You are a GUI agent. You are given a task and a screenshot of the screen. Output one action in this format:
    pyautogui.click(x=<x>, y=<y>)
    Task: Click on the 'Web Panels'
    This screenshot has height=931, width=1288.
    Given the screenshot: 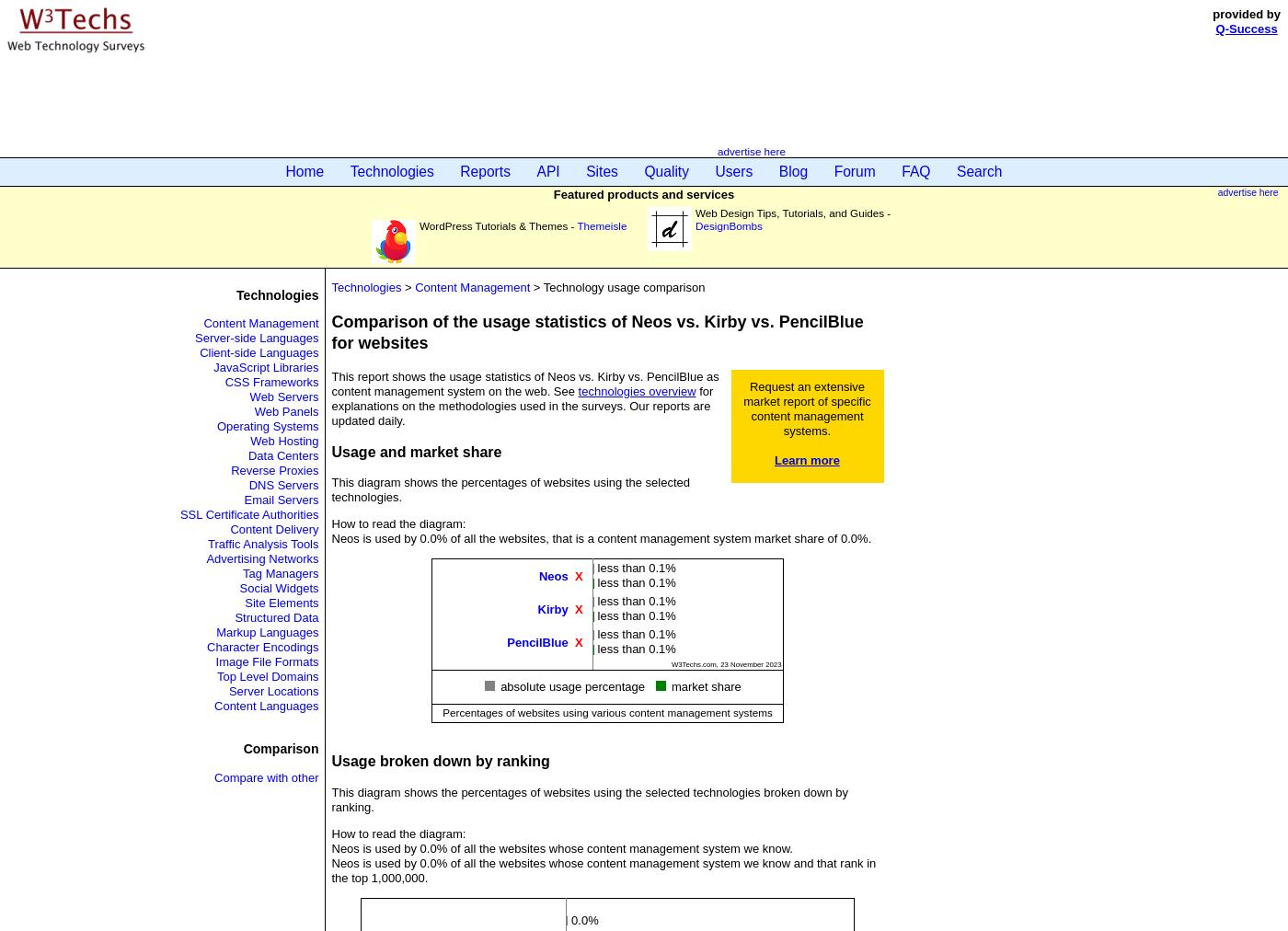 What is the action you would take?
    pyautogui.click(x=285, y=411)
    